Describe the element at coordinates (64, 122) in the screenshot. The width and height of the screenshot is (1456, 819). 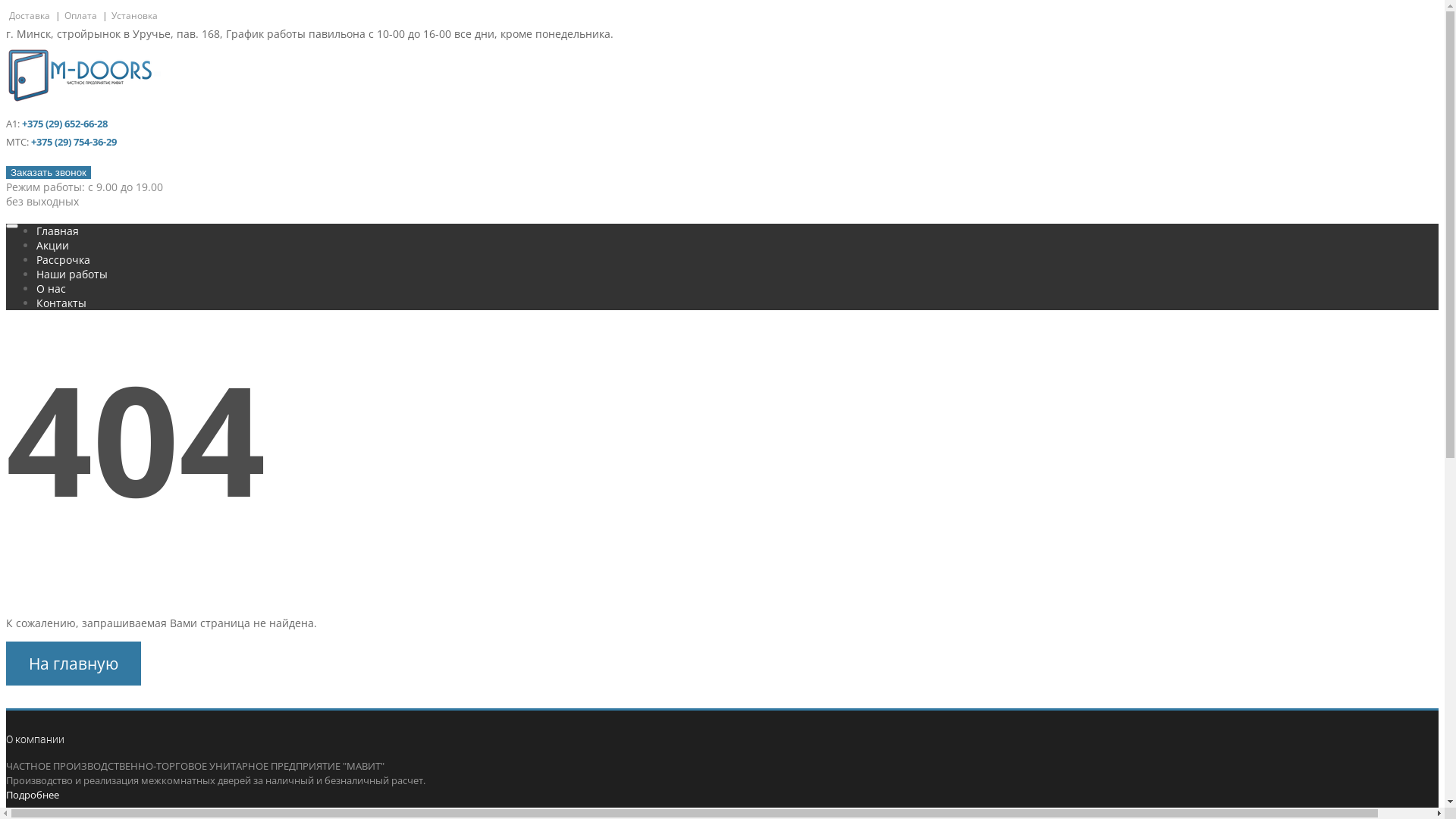
I see `'+375 (29) 652-66-28'` at that location.